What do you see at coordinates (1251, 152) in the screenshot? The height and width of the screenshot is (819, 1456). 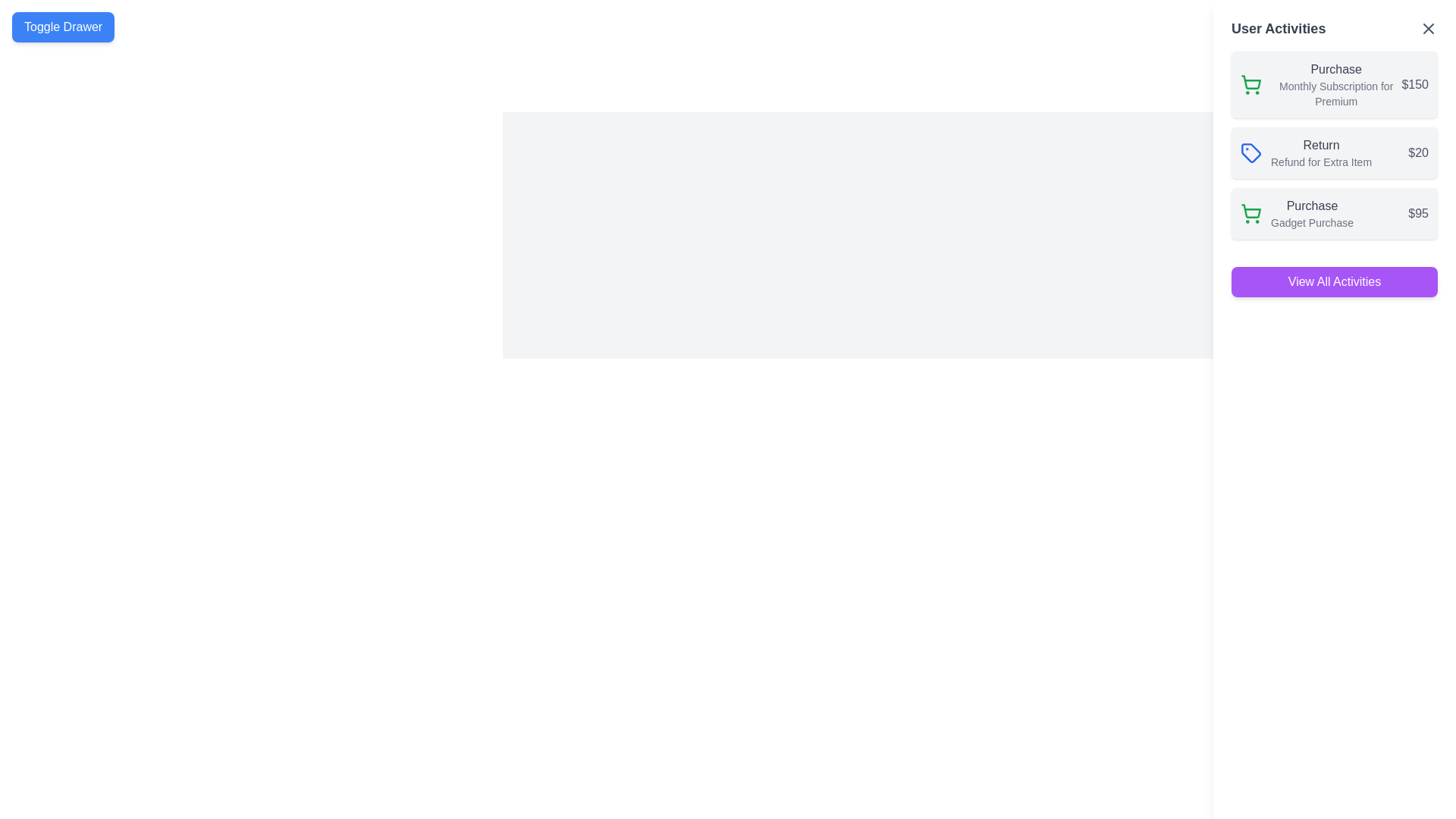 I see `the decorative 'Return' icon located in the 'Return' activity card of the 'User Activities' section` at bounding box center [1251, 152].